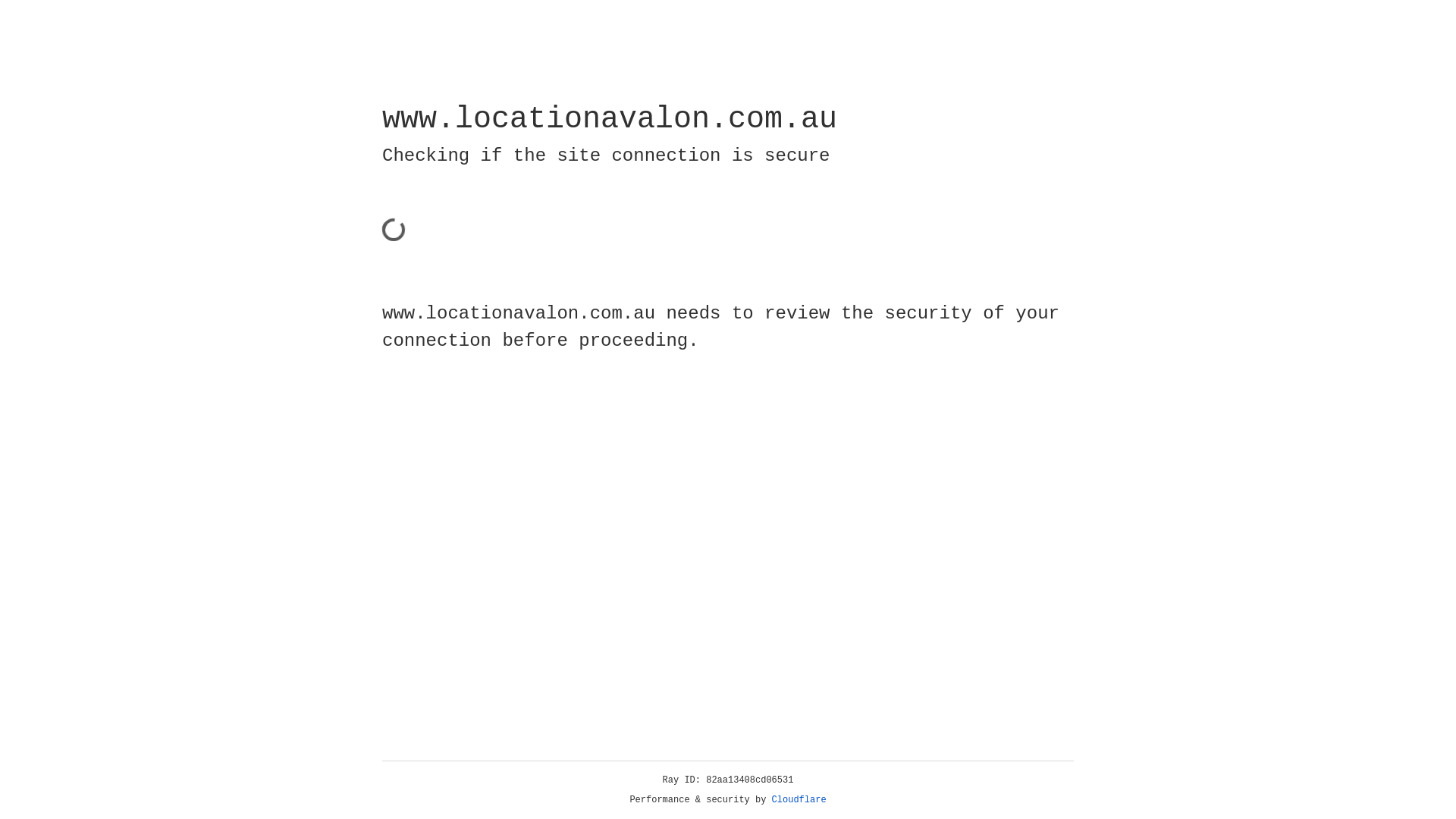  I want to click on 'Cloudflare', so click(799, 799).